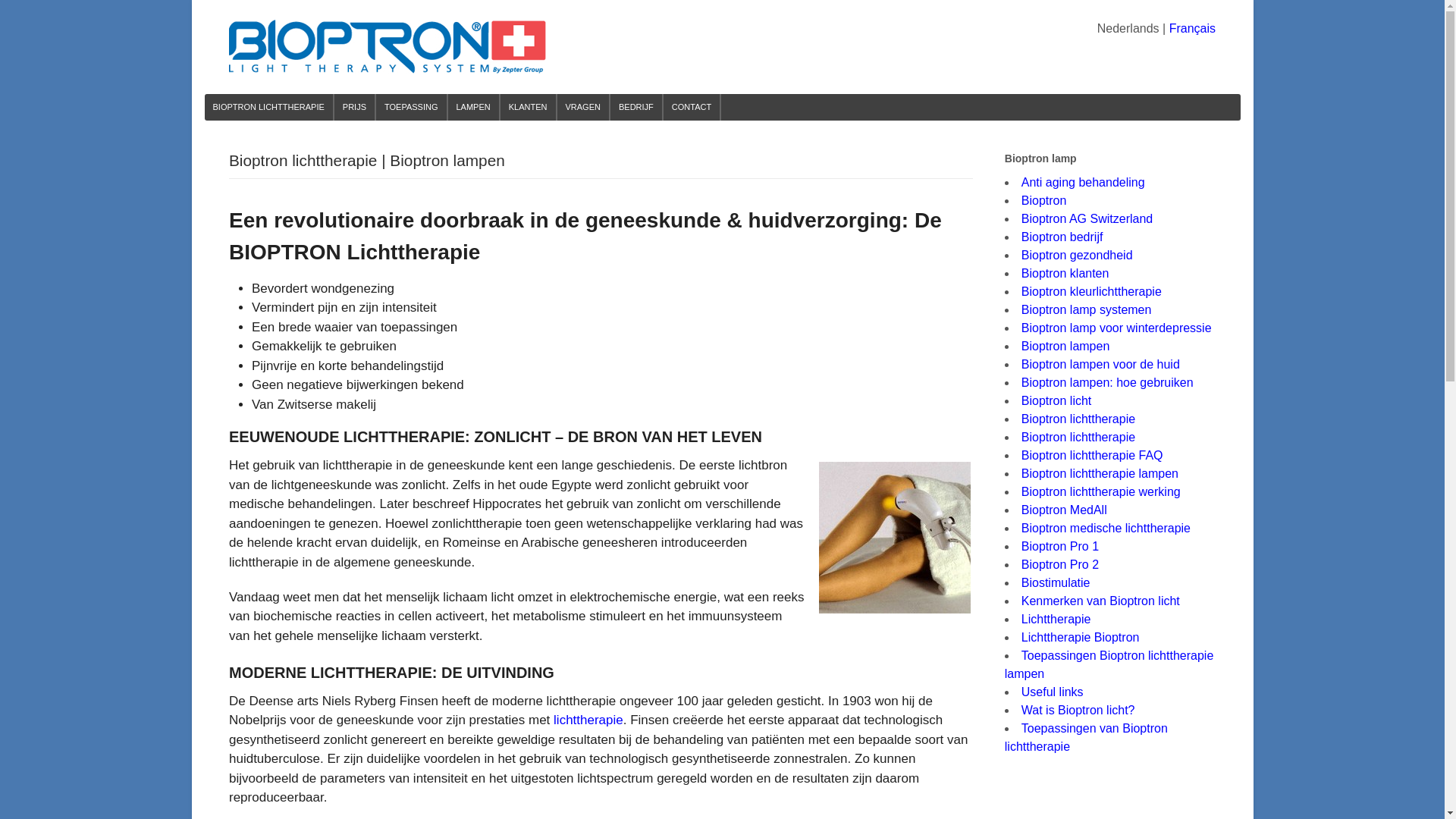  I want to click on 'Bioptron AG Switzerland', so click(1086, 218).